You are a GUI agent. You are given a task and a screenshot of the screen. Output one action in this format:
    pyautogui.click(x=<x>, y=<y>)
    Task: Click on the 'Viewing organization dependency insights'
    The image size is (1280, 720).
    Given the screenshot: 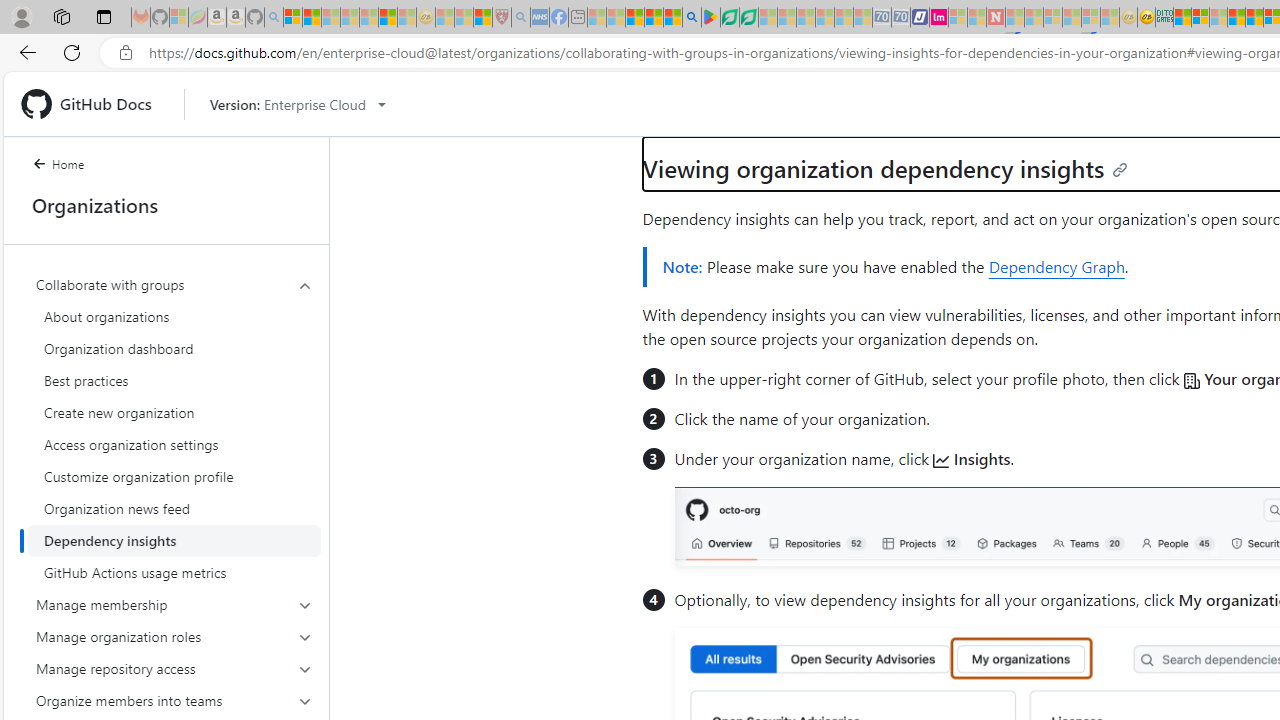 What is the action you would take?
    pyautogui.click(x=884, y=167)
    